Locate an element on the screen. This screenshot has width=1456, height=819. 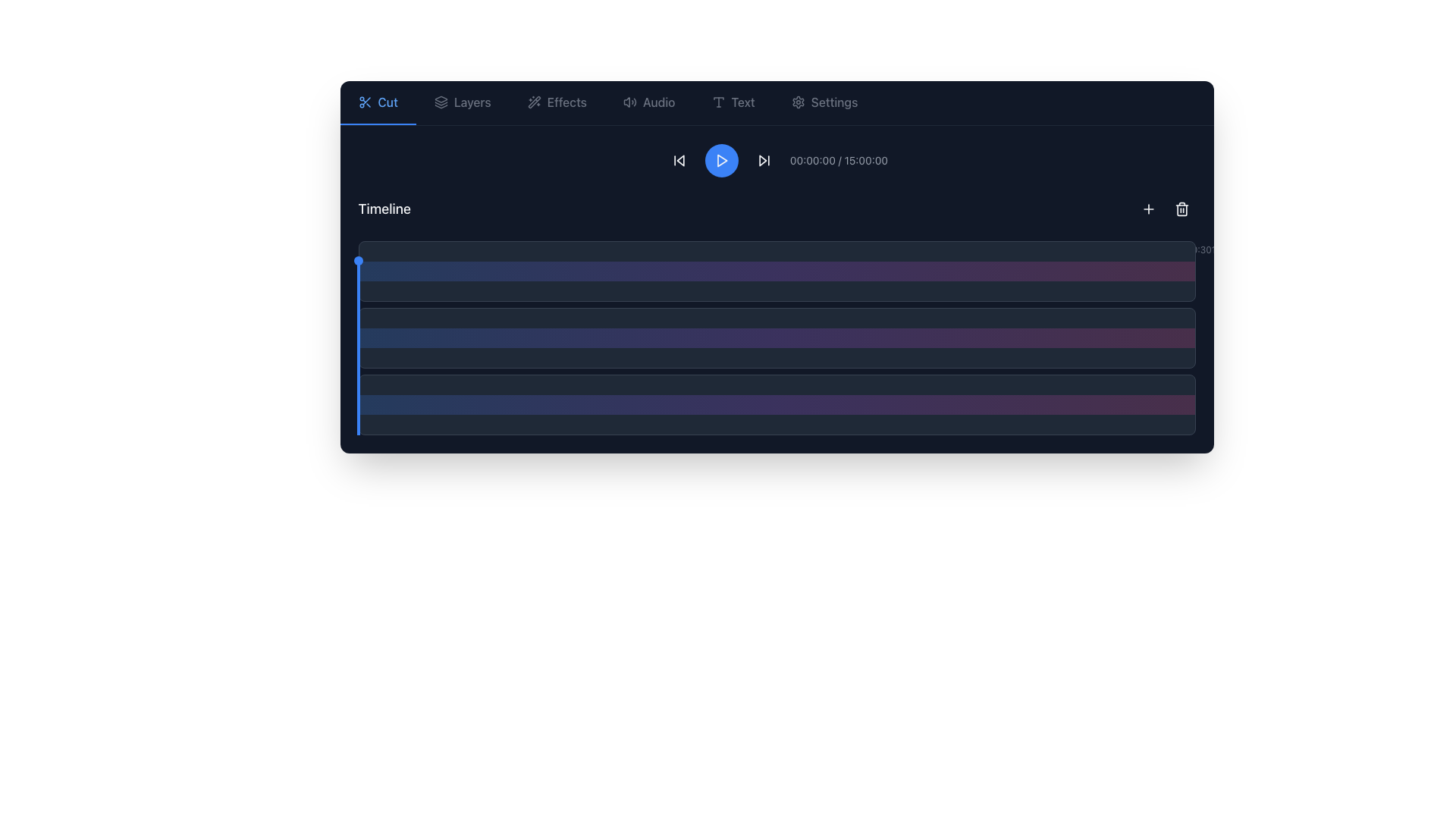
the text tool icon located at the top center of the interface, before the text label 'Text' is located at coordinates (717, 102).